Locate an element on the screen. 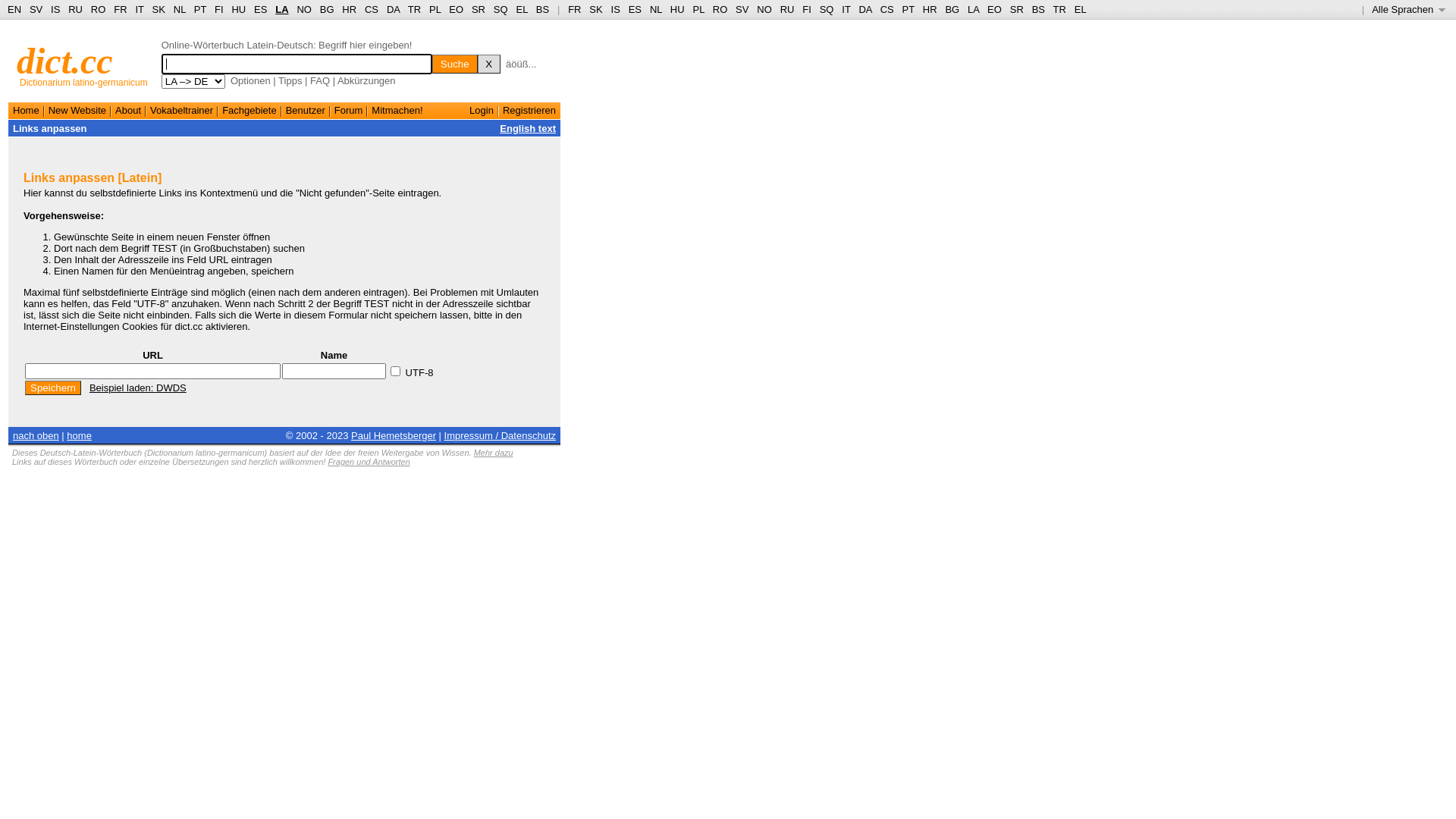 This screenshot has height=819, width=1456. 'FI' is located at coordinates (801, 9).